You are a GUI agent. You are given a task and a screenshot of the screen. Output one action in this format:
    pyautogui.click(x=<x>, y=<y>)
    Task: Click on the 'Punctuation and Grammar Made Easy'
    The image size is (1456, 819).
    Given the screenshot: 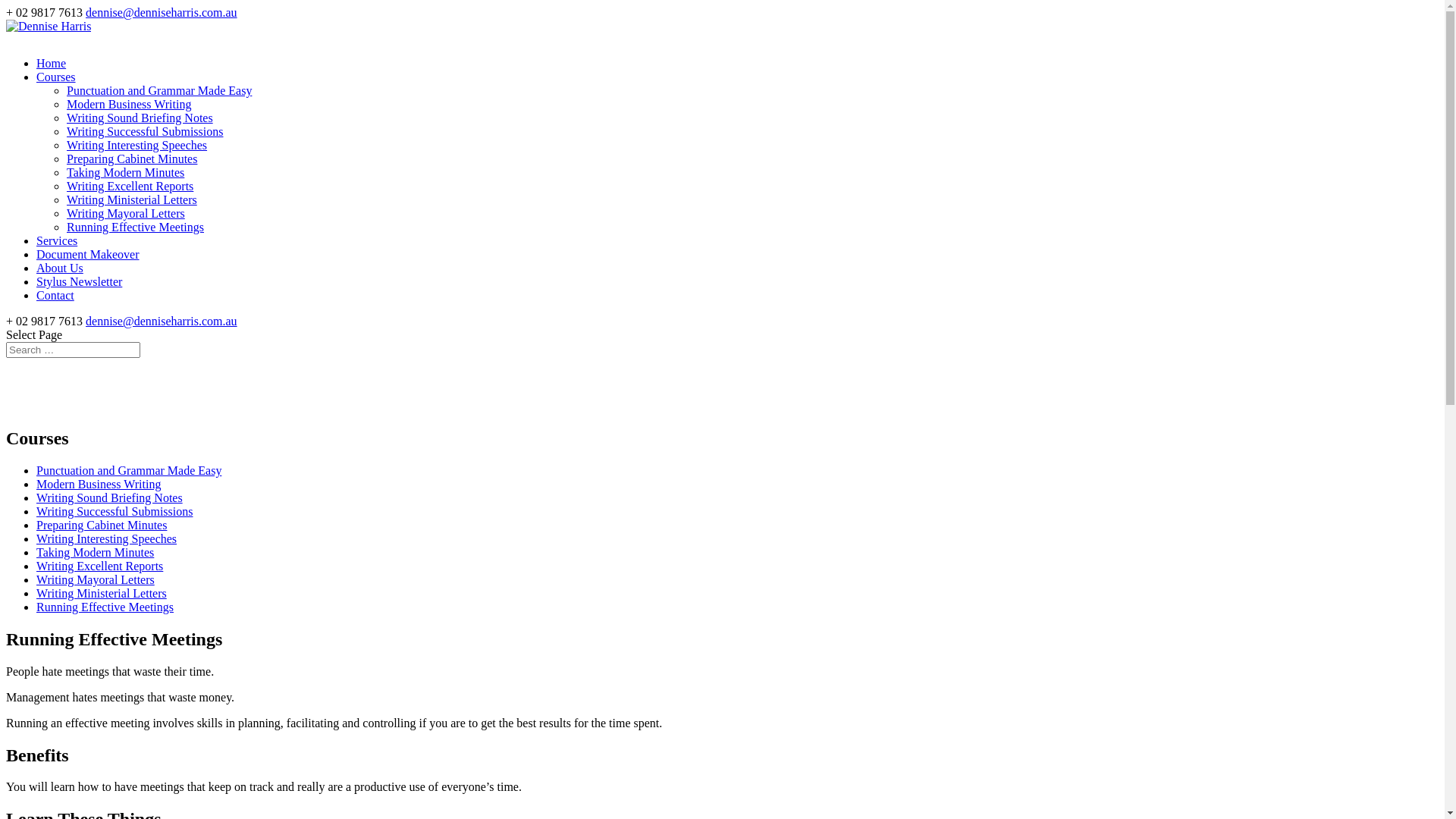 What is the action you would take?
    pyautogui.click(x=128, y=469)
    